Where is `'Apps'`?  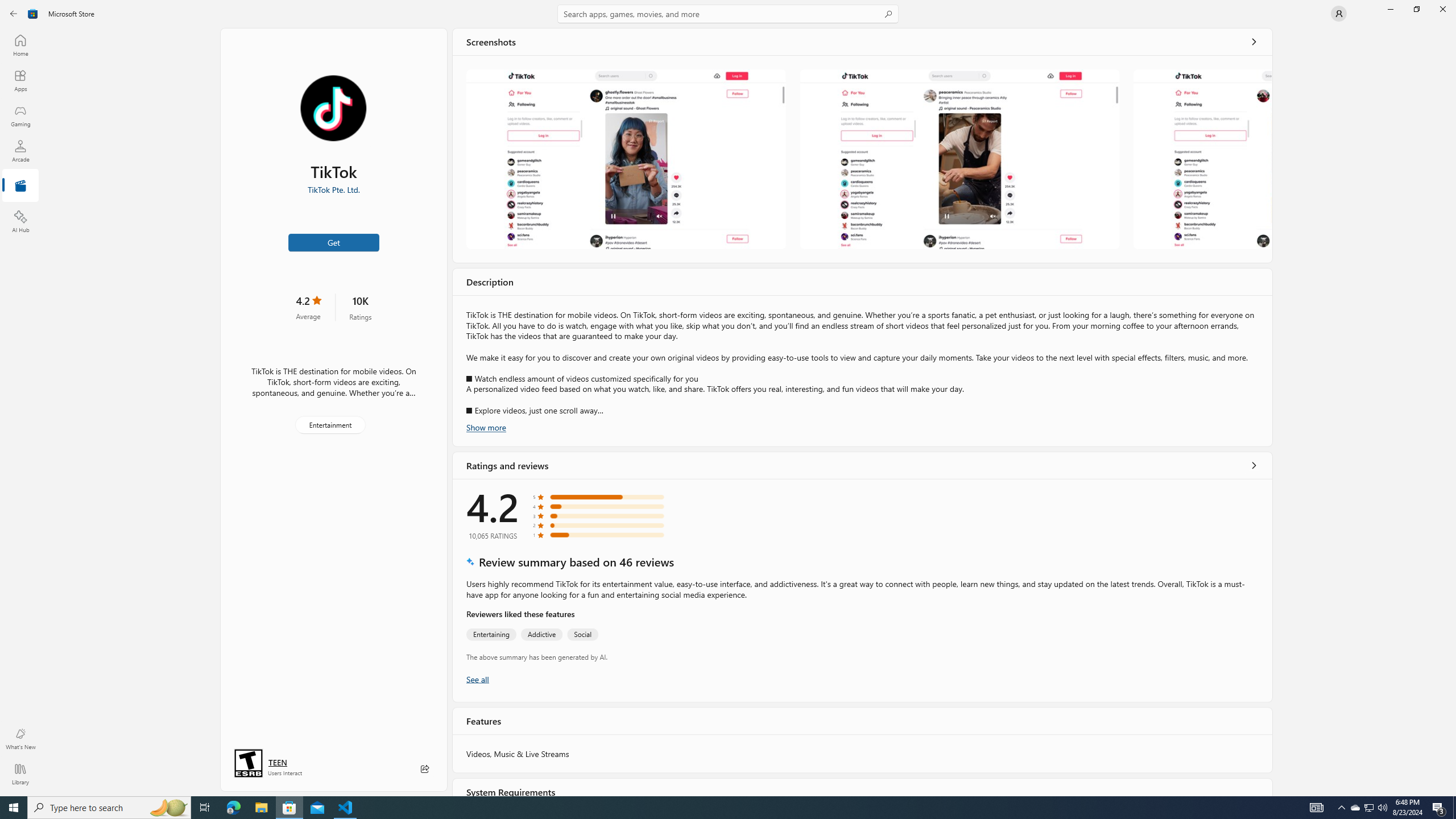 'Apps' is located at coordinates (19, 80).